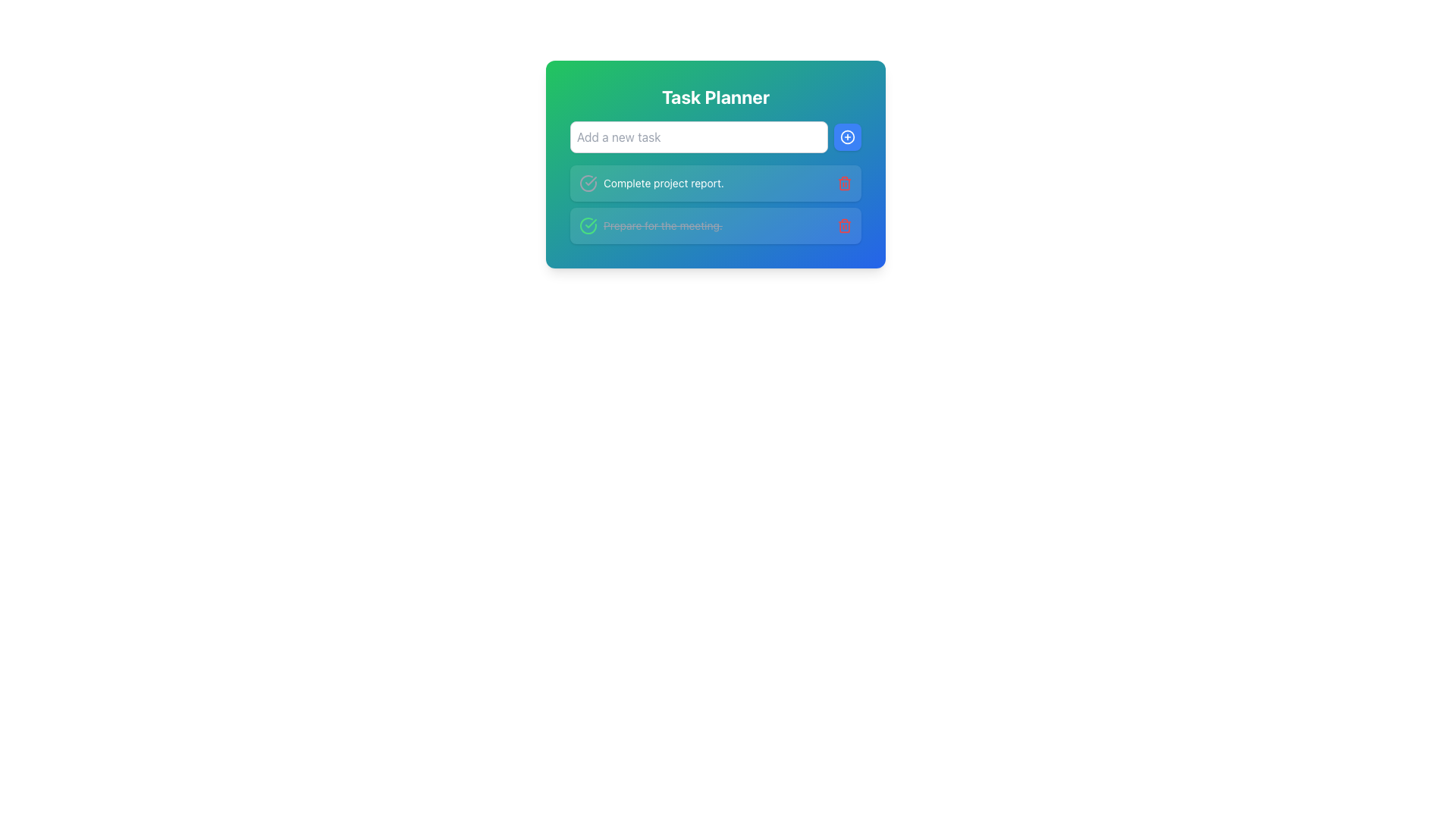  I want to click on the text label styled for completed task items, which is the second item in a vertical task list, so click(651, 225).